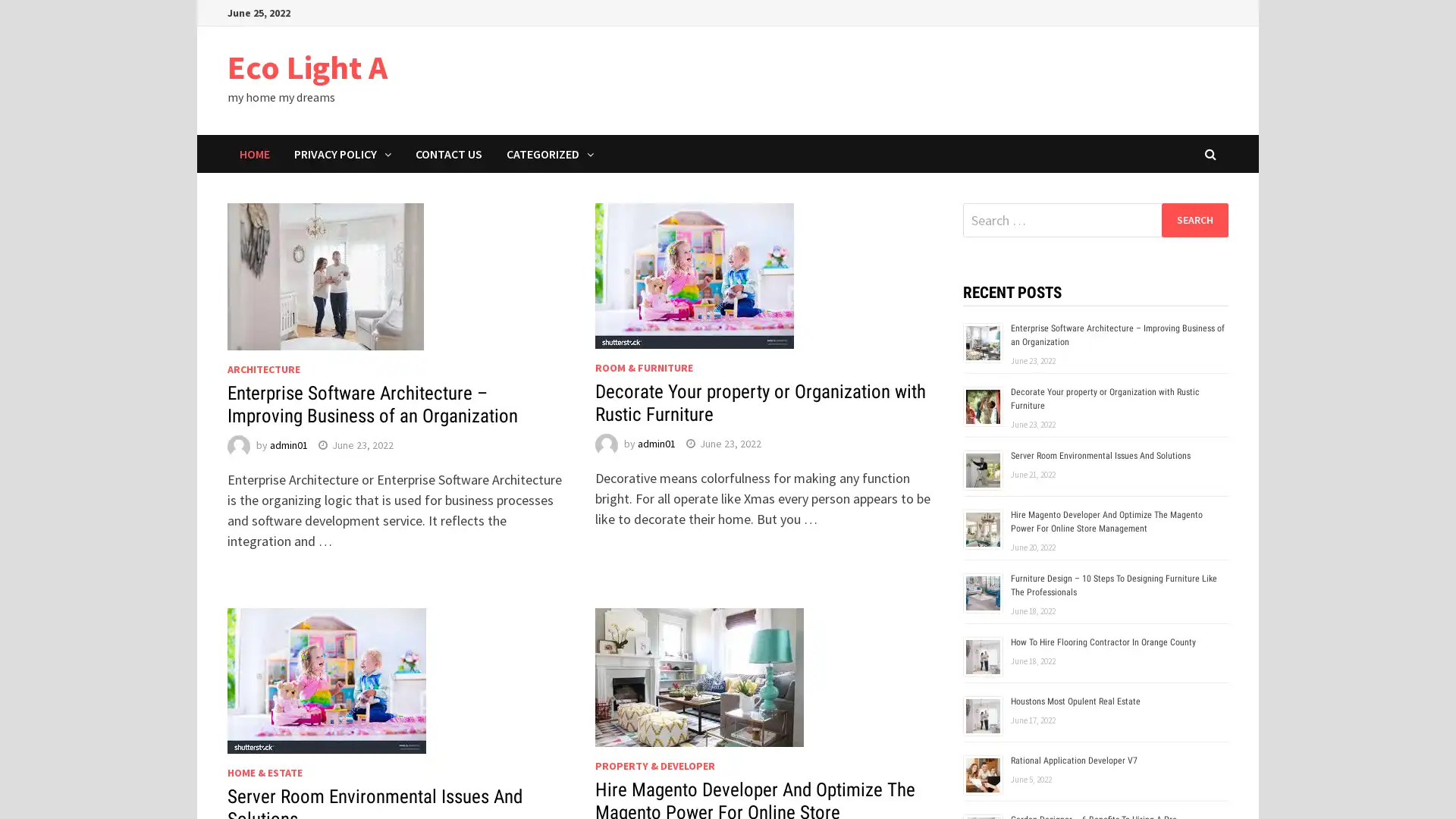  I want to click on Search, so click(1194, 219).